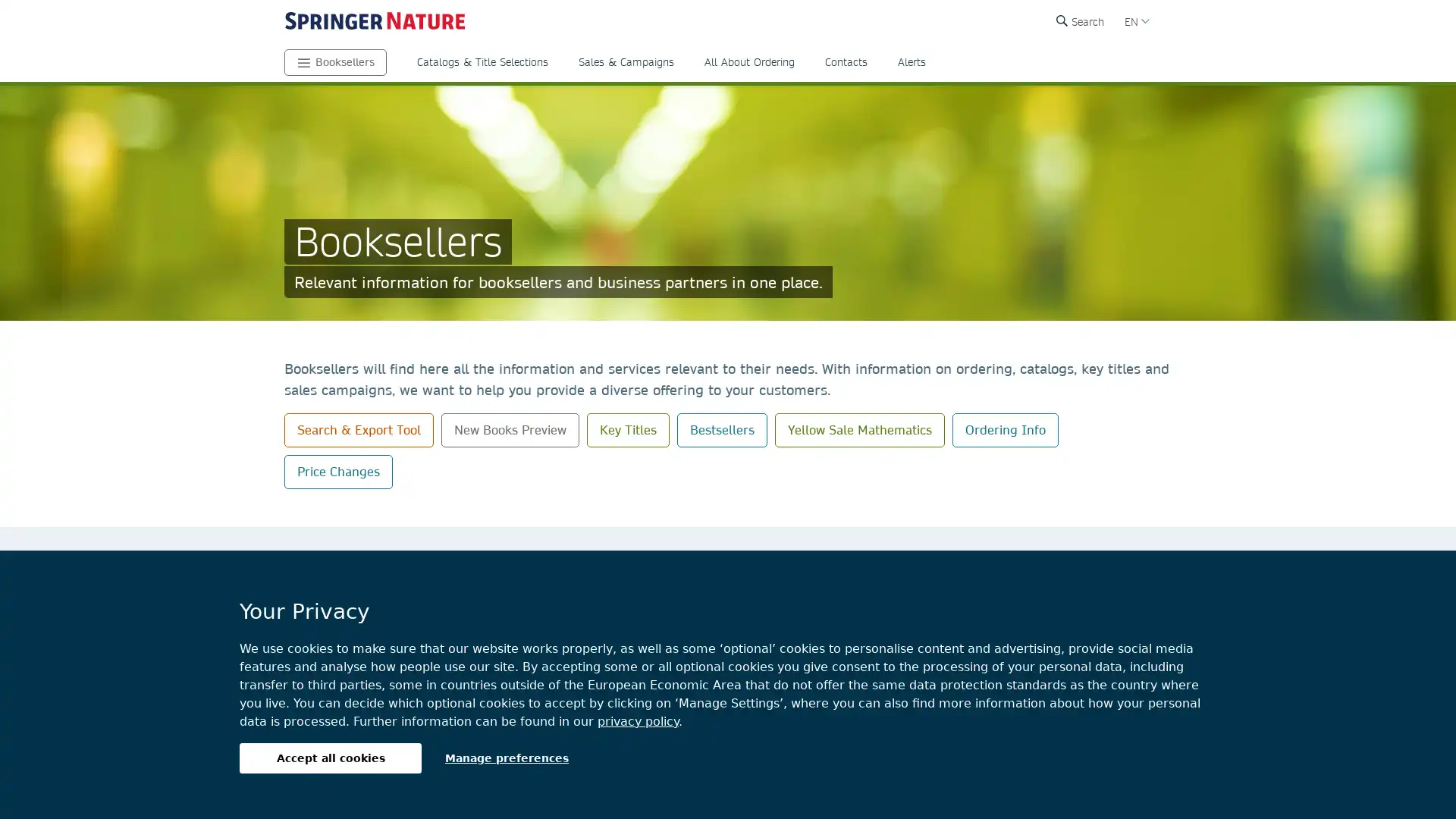 This screenshot has height=819, width=1456. What do you see at coordinates (507, 758) in the screenshot?
I see `Manage preferences` at bounding box center [507, 758].